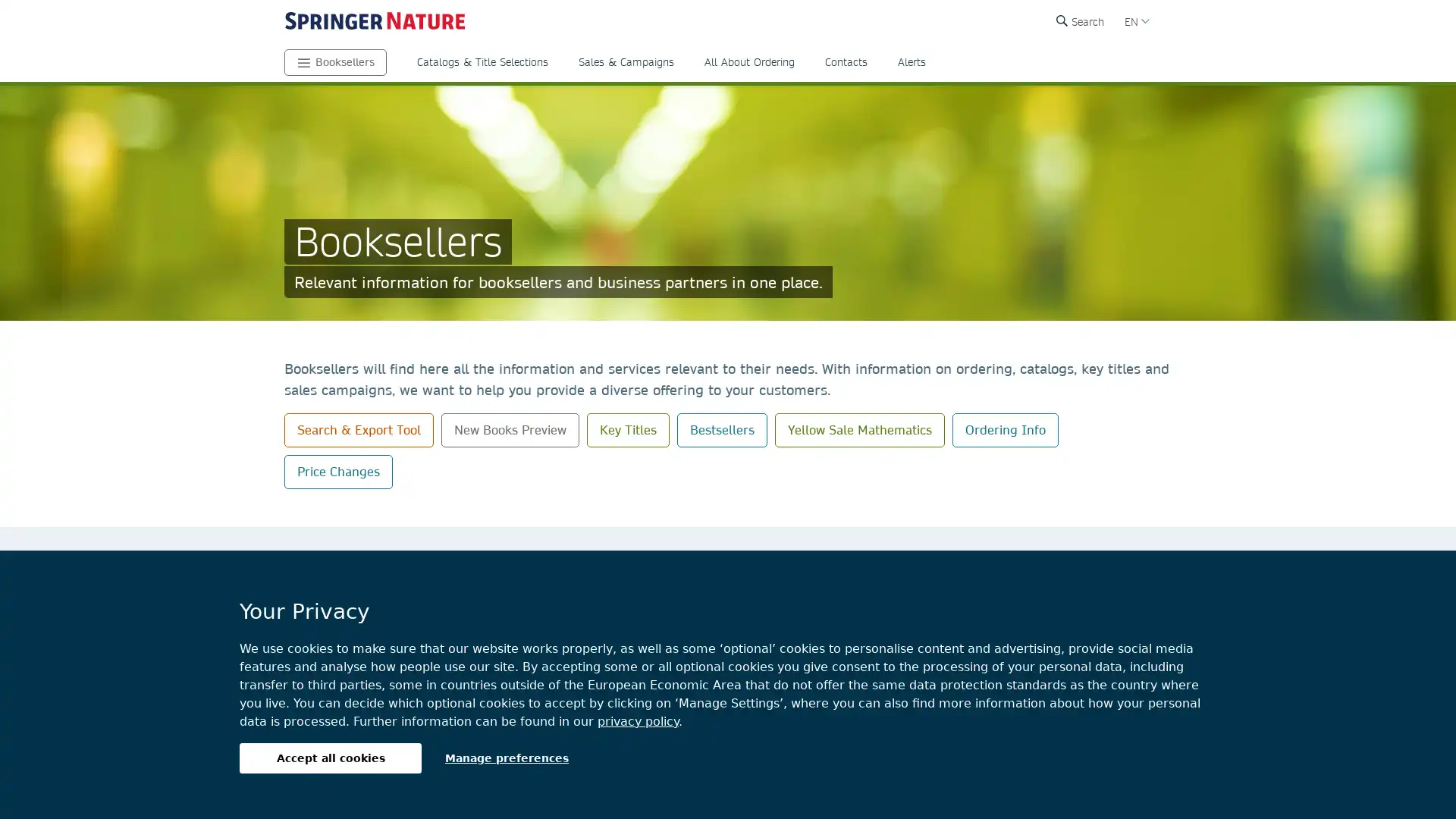 This screenshot has height=819, width=1456. What do you see at coordinates (507, 758) in the screenshot?
I see `Manage preferences` at bounding box center [507, 758].